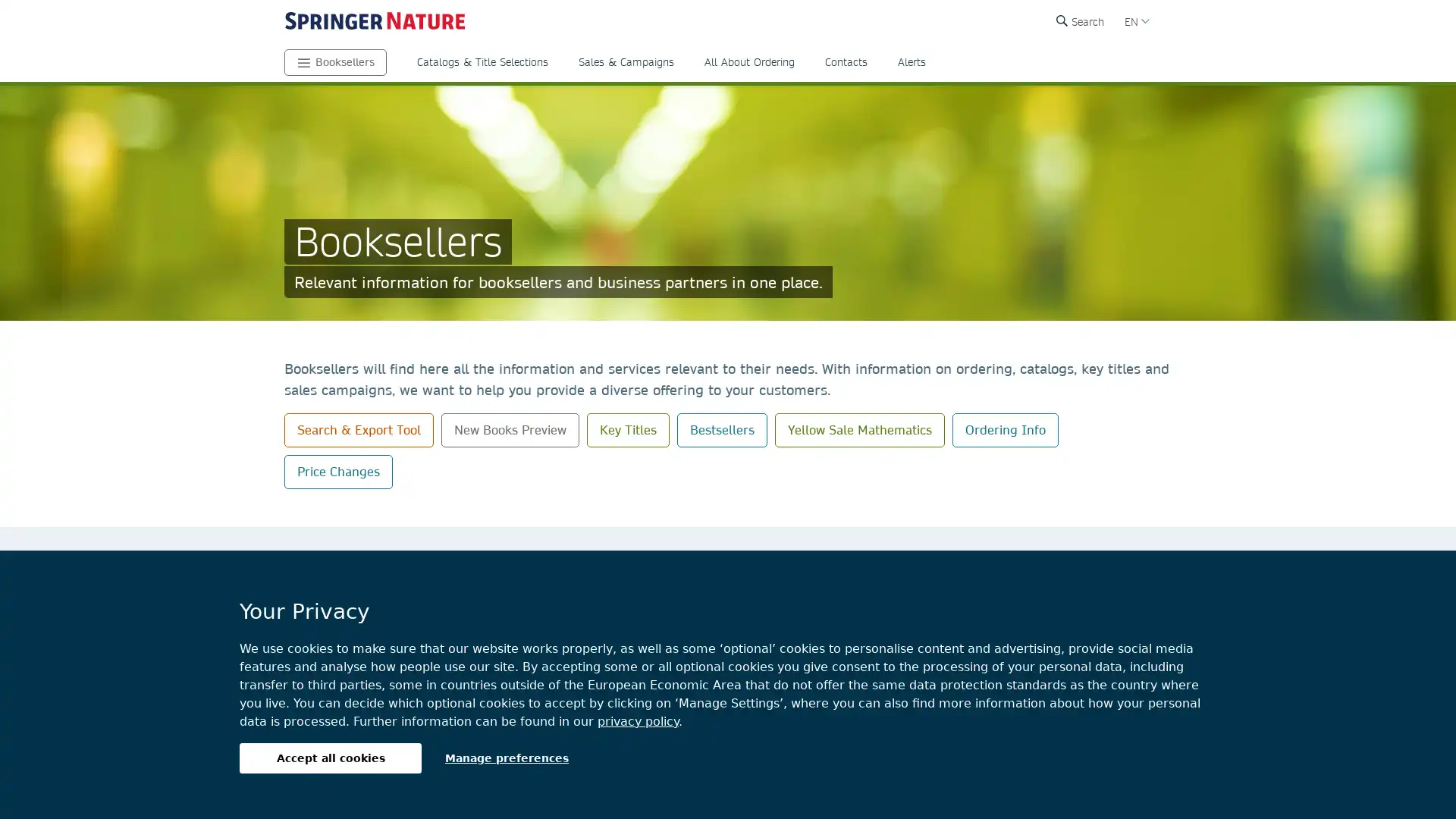 This screenshot has height=819, width=1456. What do you see at coordinates (507, 758) in the screenshot?
I see `Manage preferences` at bounding box center [507, 758].